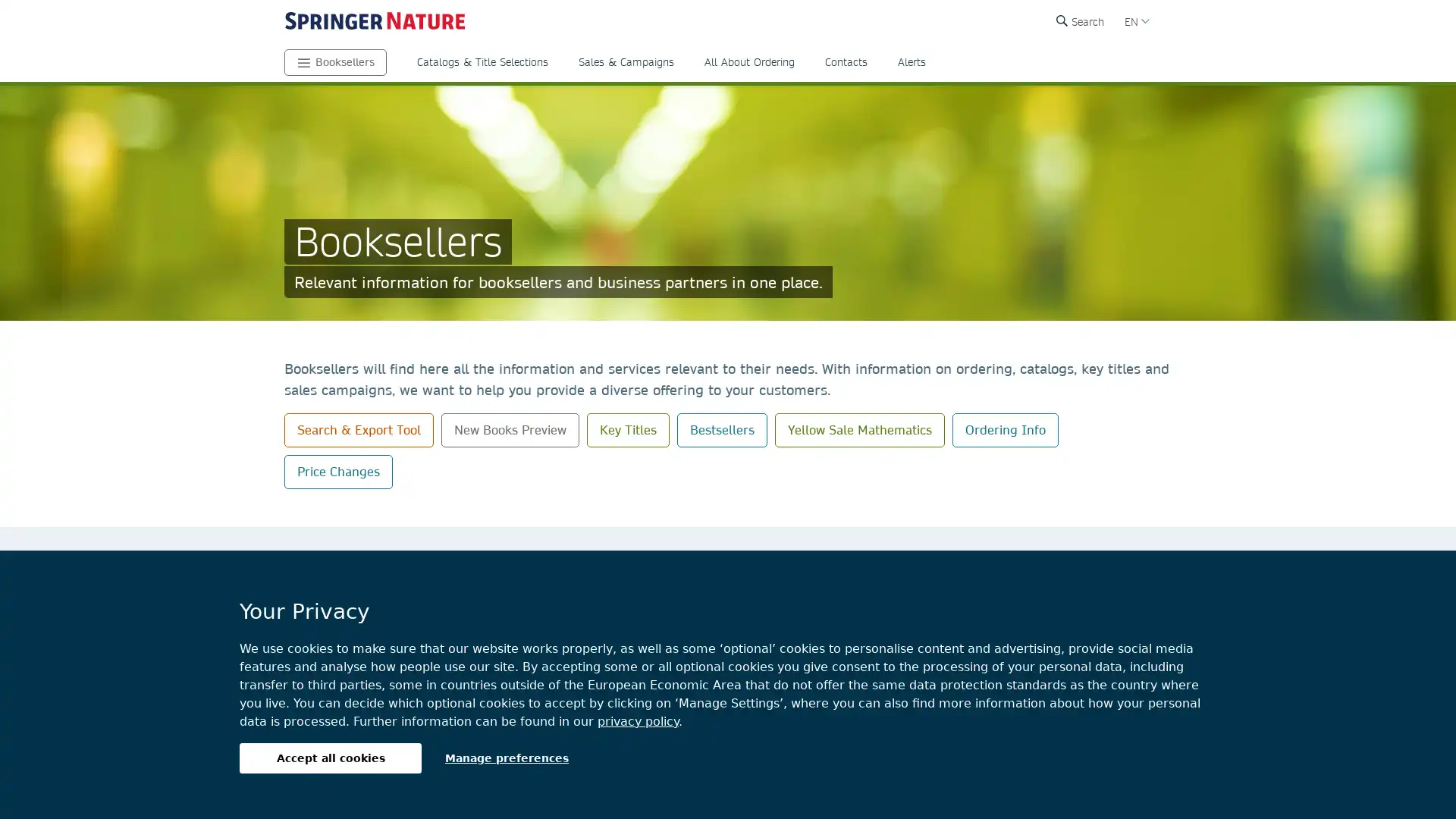 This screenshot has height=819, width=1456. What do you see at coordinates (507, 758) in the screenshot?
I see `Manage preferences` at bounding box center [507, 758].